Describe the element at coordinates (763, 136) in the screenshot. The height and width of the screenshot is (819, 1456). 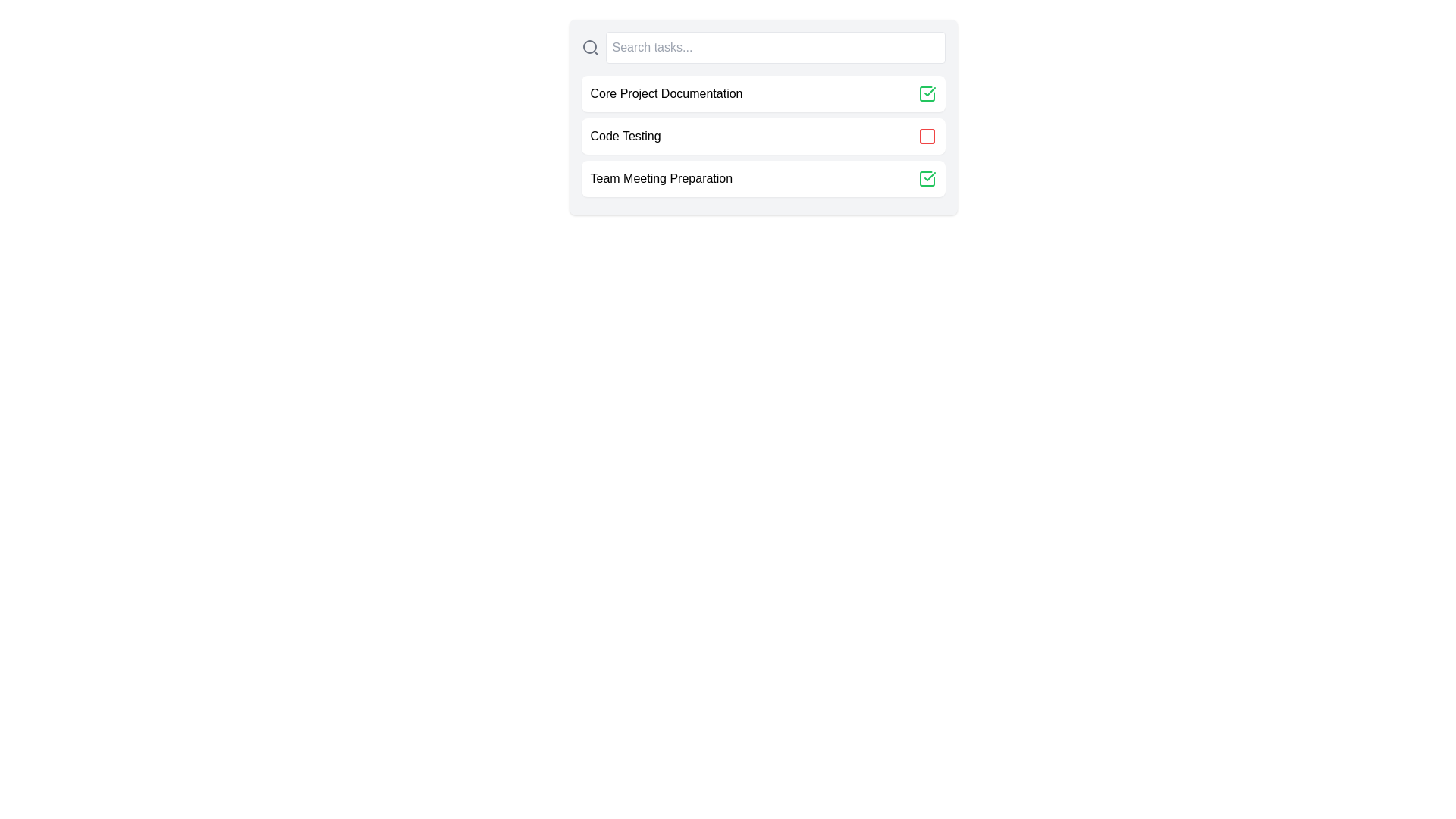
I see `the task Code Testing to view its hover effect` at that location.